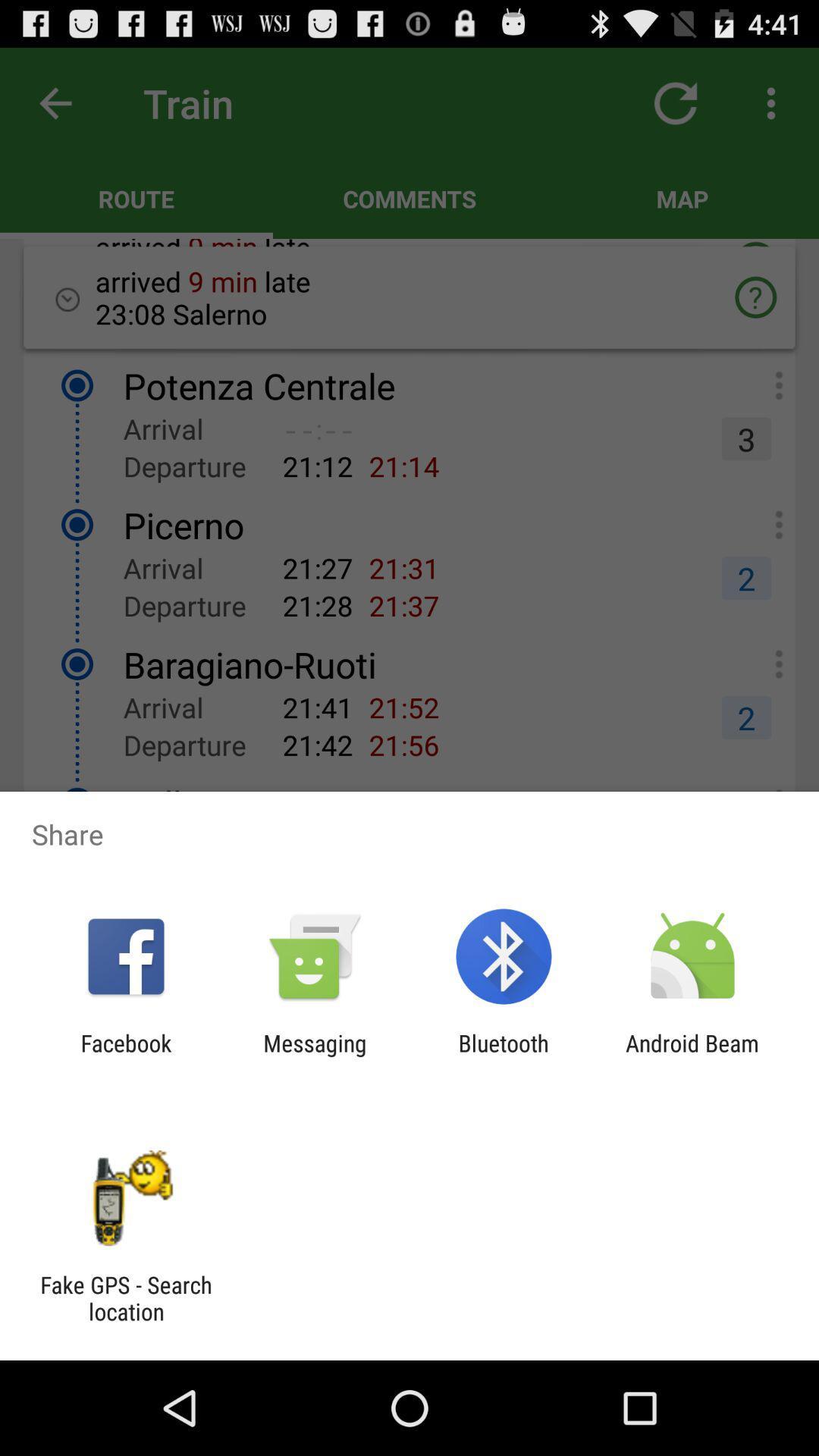  I want to click on the icon next to bluetooth icon, so click(314, 1056).